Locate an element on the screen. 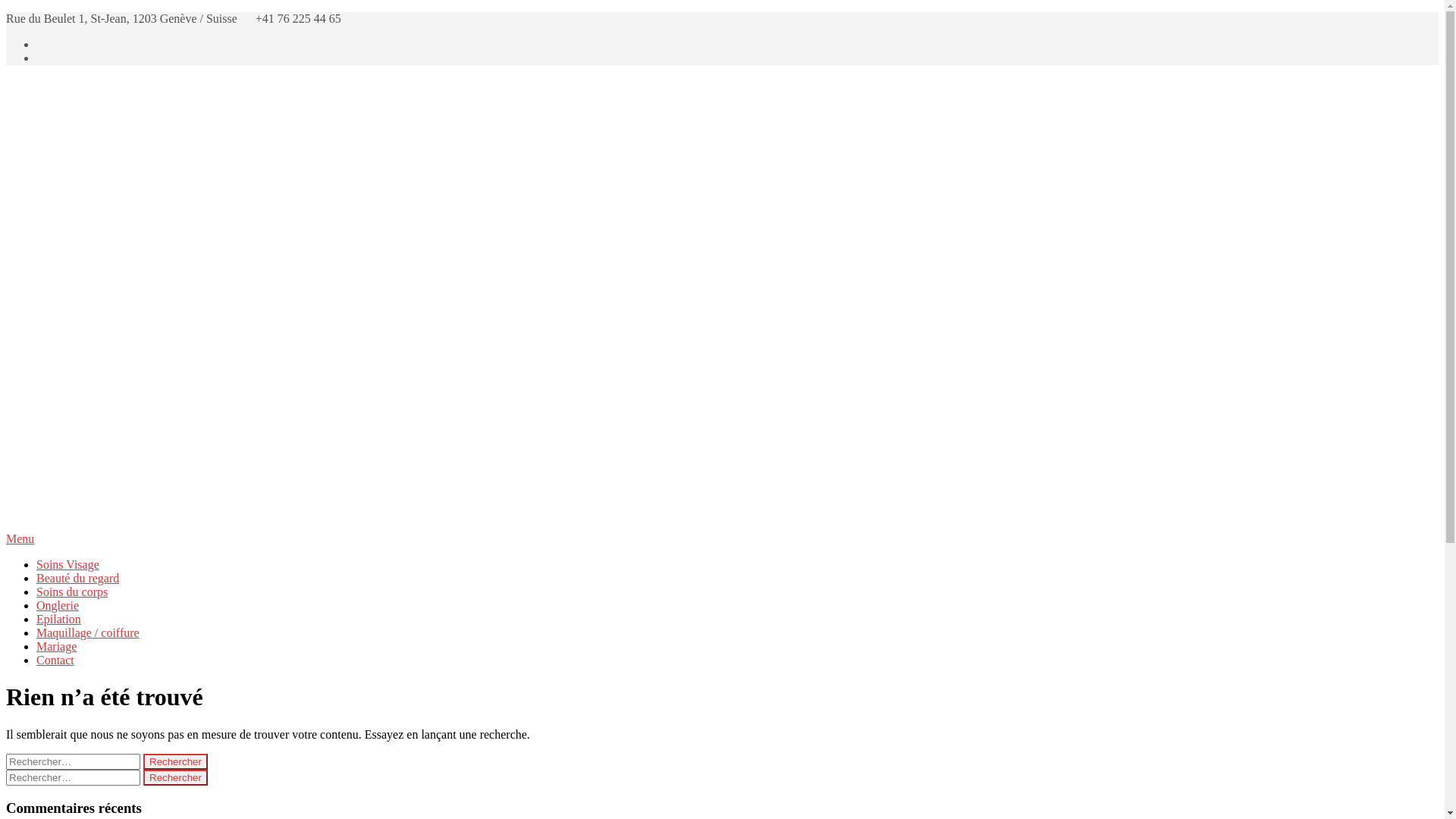 This screenshot has height=819, width=1456. 'Menu' is located at coordinates (721, 538).